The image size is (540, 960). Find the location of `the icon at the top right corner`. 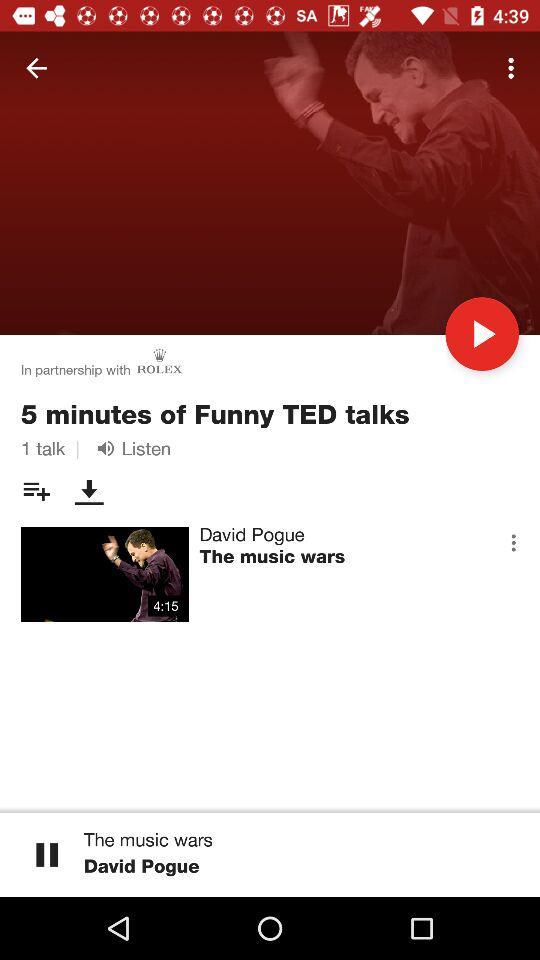

the icon at the top right corner is located at coordinates (513, 68).